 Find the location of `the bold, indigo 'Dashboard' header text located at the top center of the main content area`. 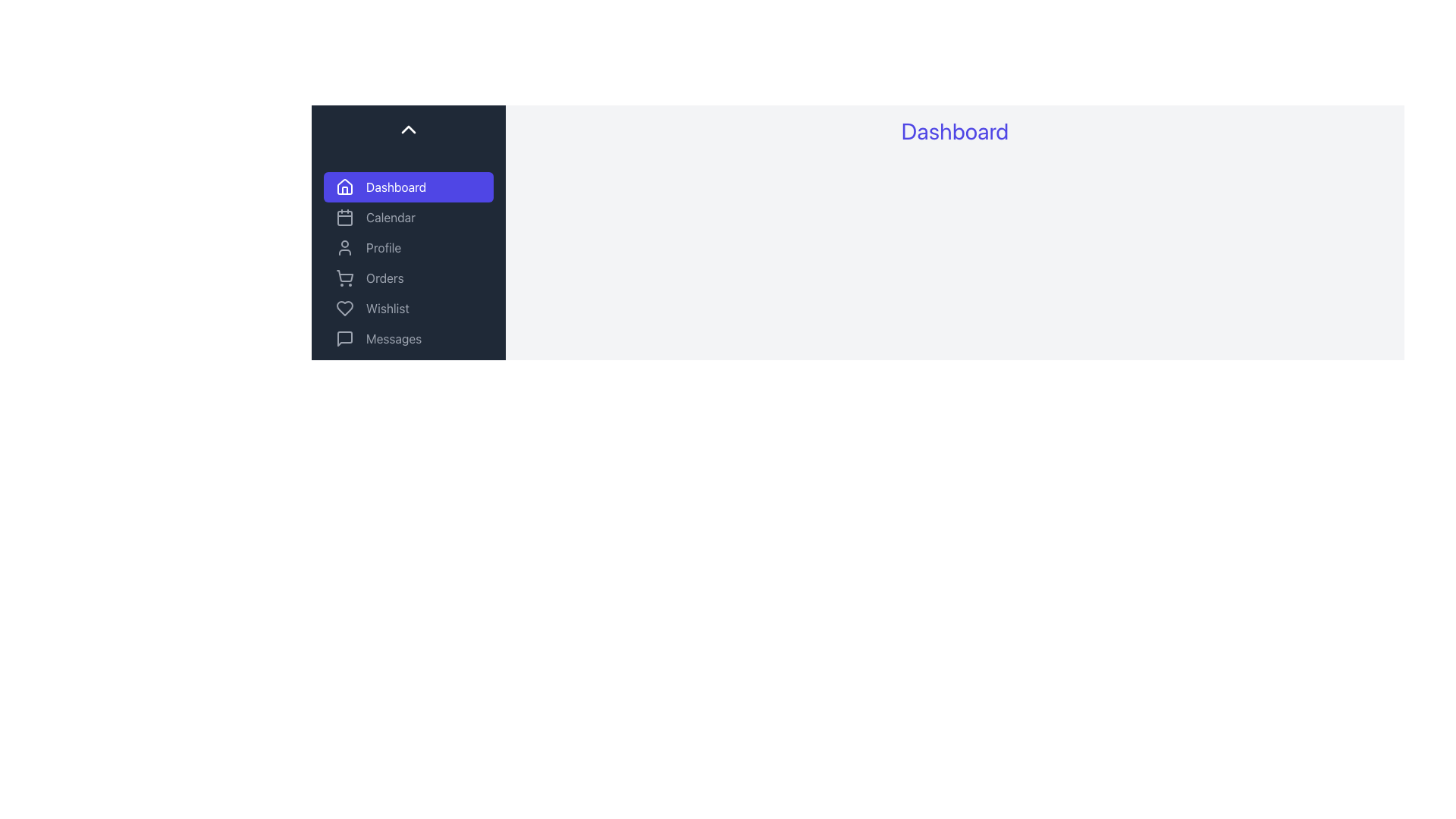

the bold, indigo 'Dashboard' header text located at the top center of the main content area is located at coordinates (954, 130).